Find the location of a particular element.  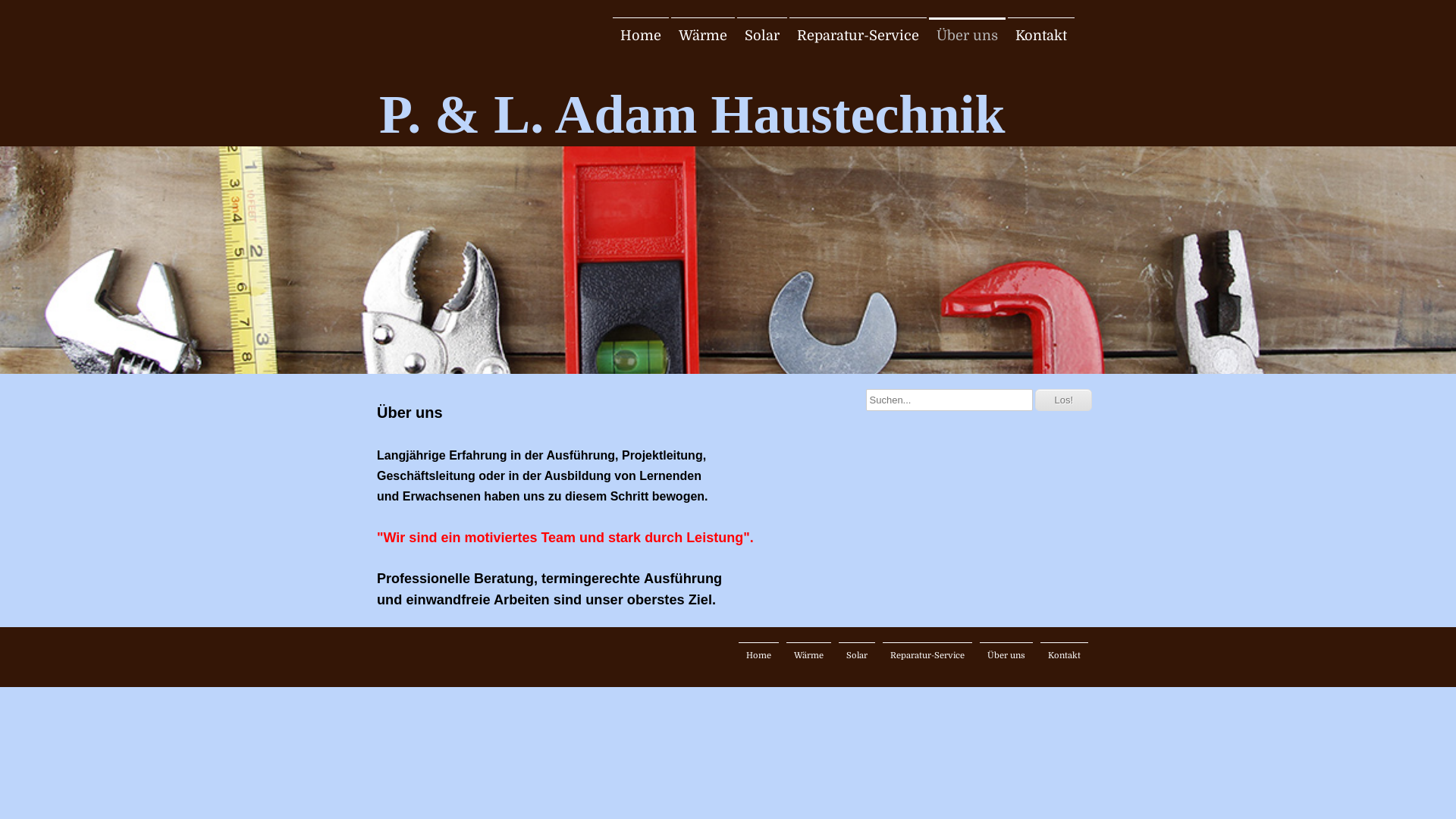

'Home' is located at coordinates (758, 654).